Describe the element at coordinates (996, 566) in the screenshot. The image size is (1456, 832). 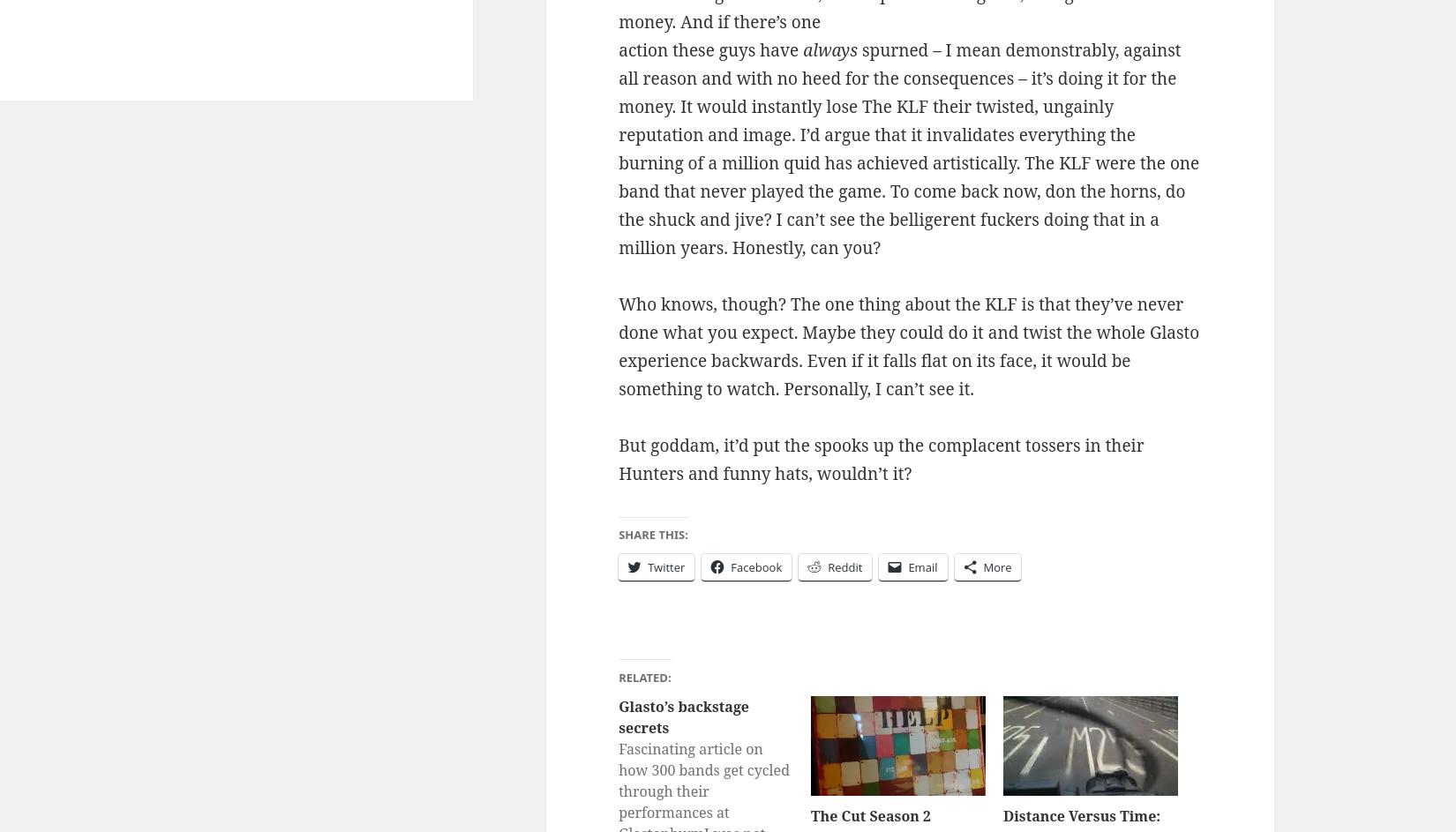
I see `'More'` at that location.